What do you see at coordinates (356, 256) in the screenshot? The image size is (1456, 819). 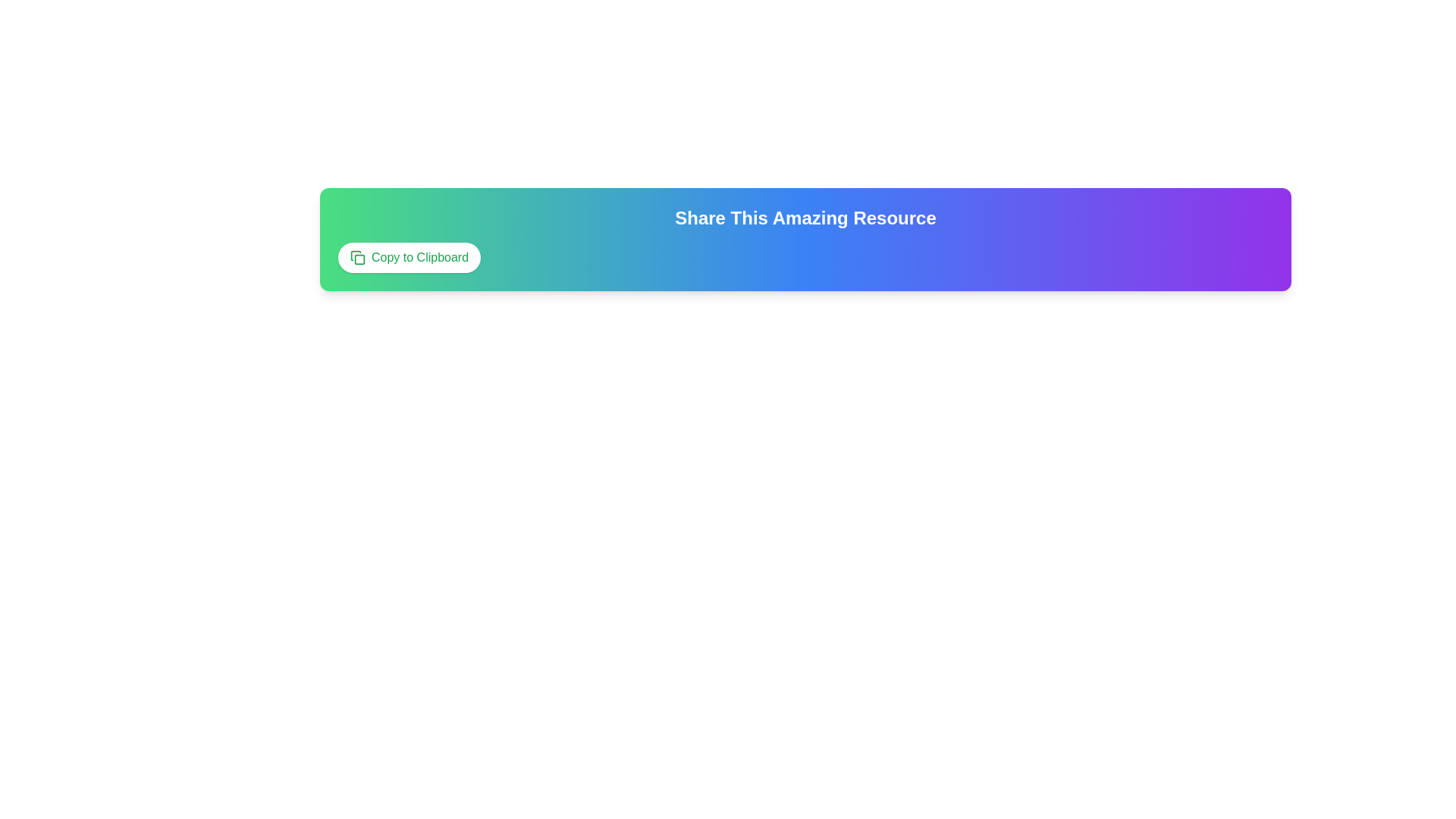 I see `the copy action icon located within the 'Copy to Clipboard' button to trigger a visual cue` at bounding box center [356, 256].